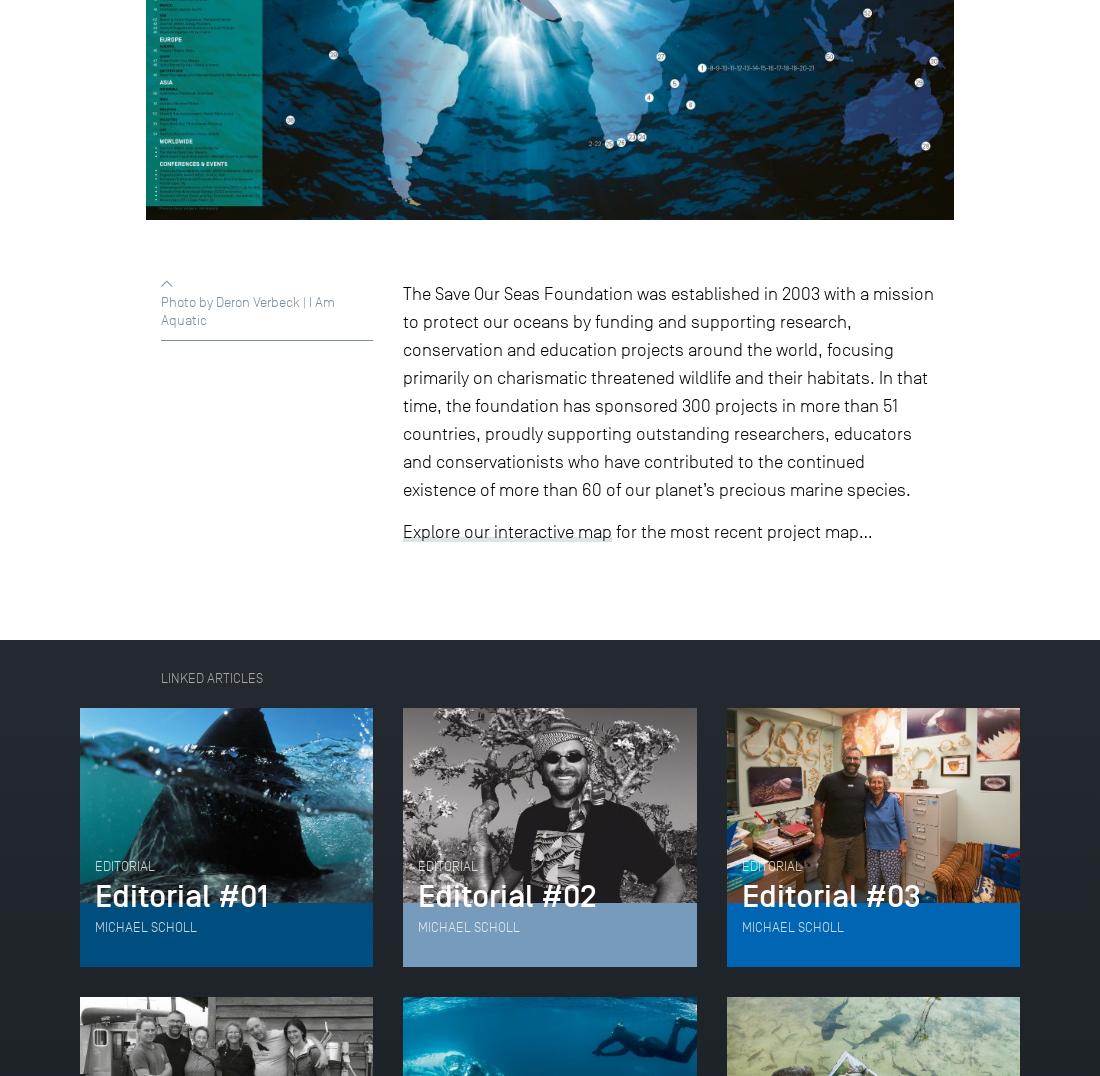 The height and width of the screenshot is (1076, 1100). I want to click on 'for the most recent project map…', so click(741, 531).